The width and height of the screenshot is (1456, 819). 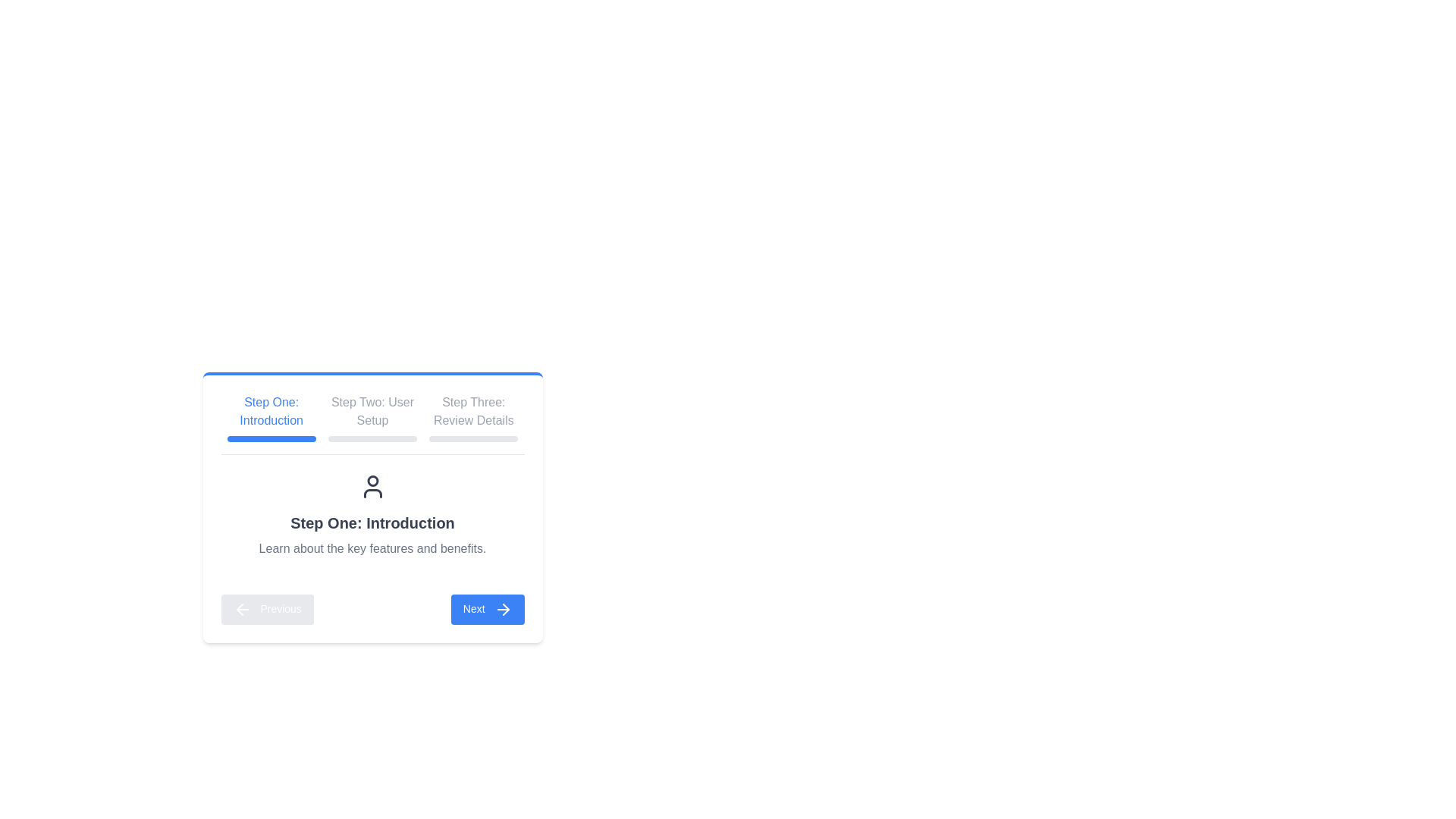 I want to click on the Informational section located in the 'Step One' section of the panel layout, which is positioned beneath the step navigation header and above the navigation buttons for 'Previous' and 'Next', so click(x=372, y=514).